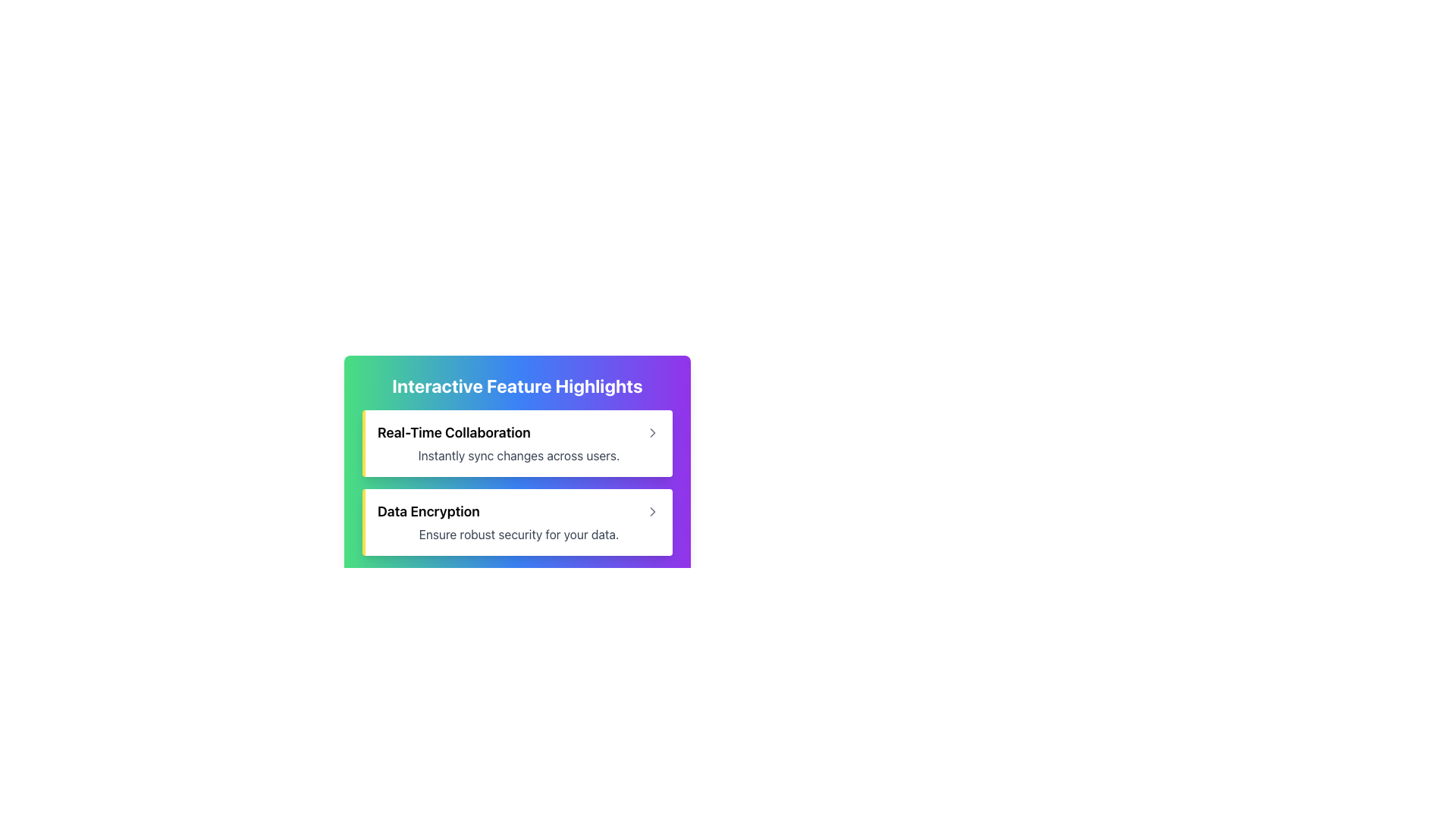 The height and width of the screenshot is (819, 1456). What do you see at coordinates (652, 432) in the screenshot?
I see `the right-pointing chevron icon located in the rightmost area of the card labeled 'Real-Time Collaboration'` at bounding box center [652, 432].